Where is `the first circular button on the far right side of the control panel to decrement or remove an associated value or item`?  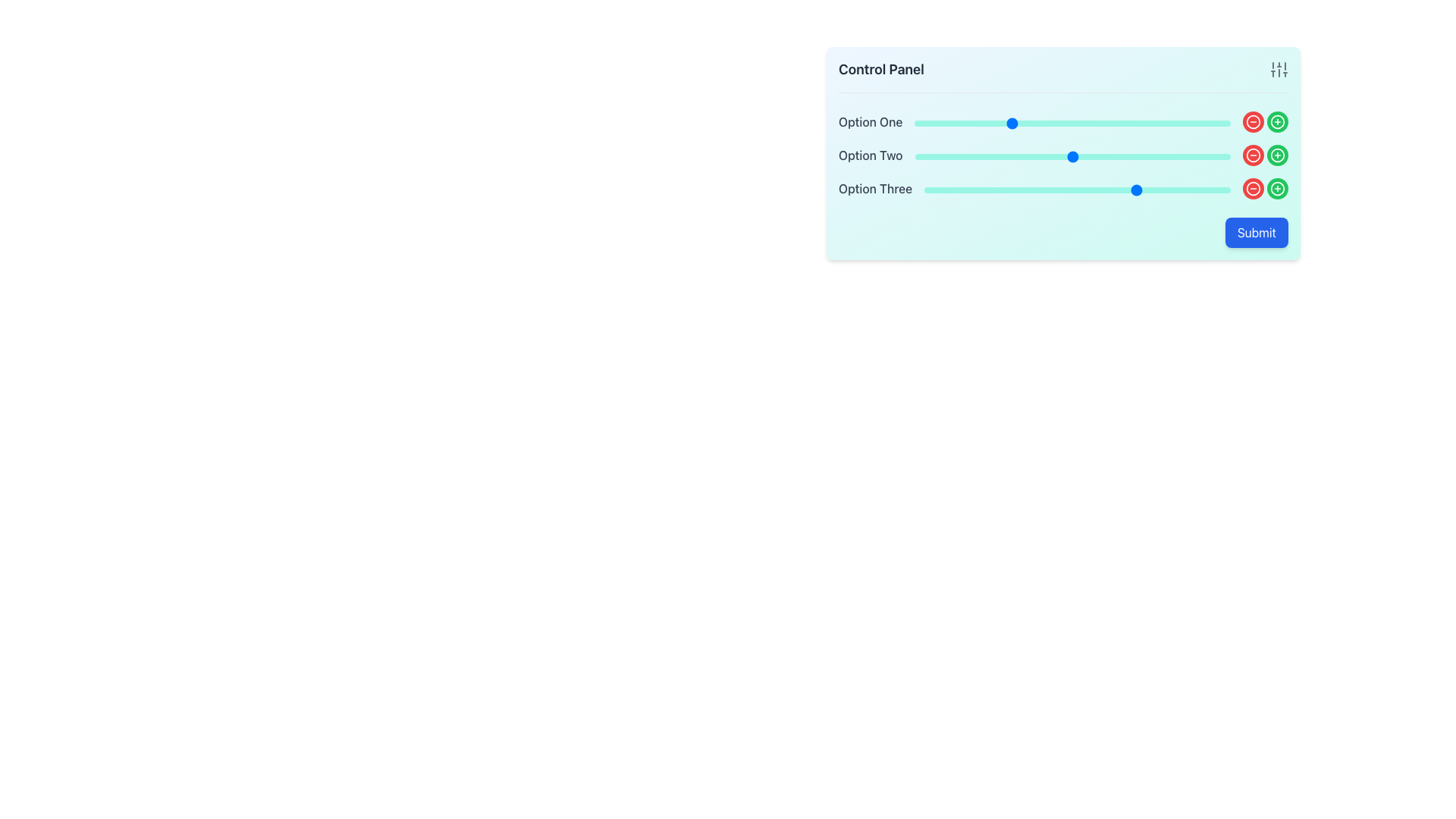 the first circular button on the far right side of the control panel to decrement or remove an associated value or item is located at coordinates (1253, 155).